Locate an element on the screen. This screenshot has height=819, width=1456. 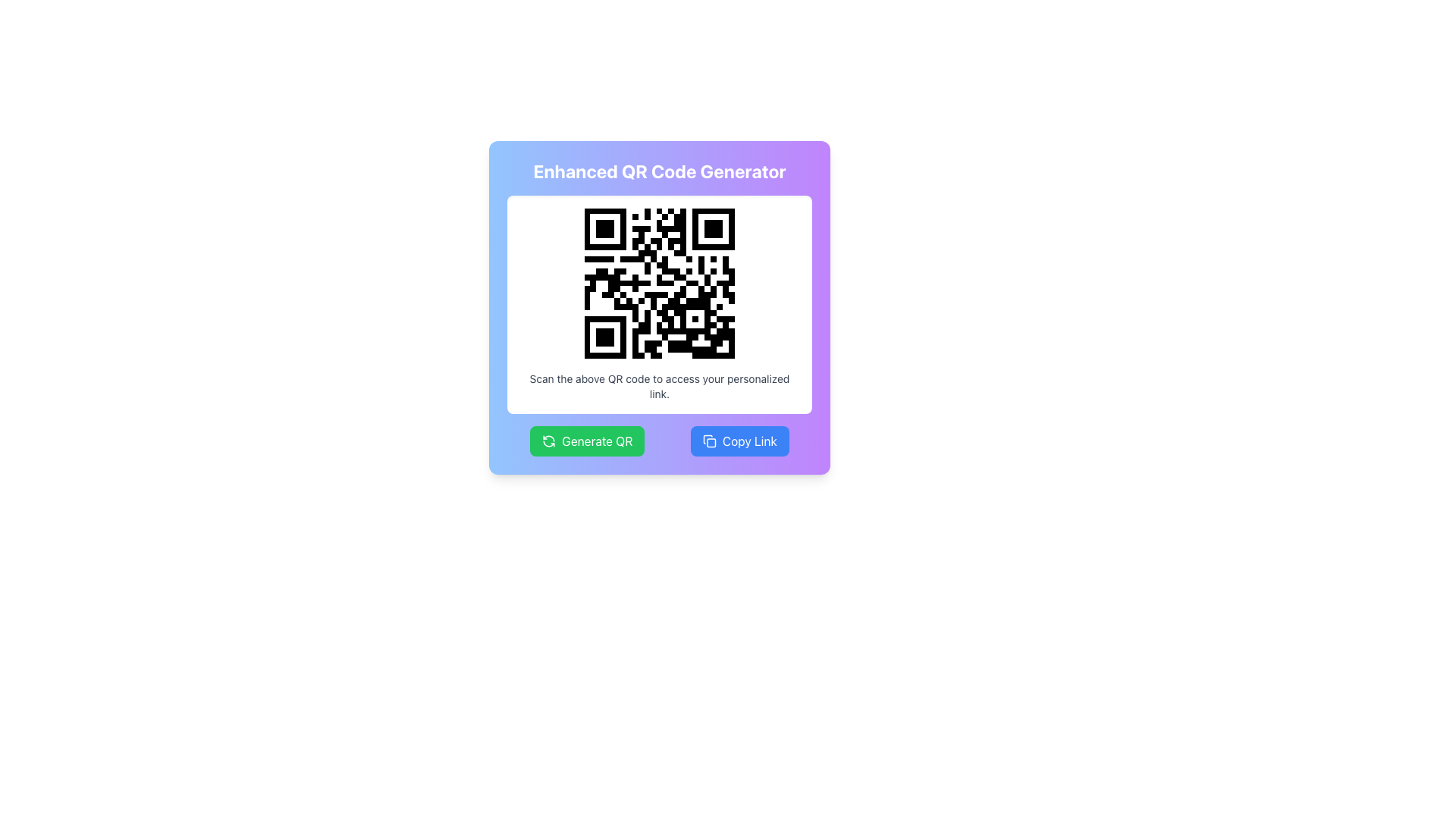
the green button labeled 'Generate QR' with a refresh arrow icon to generate a QR code is located at coordinates (586, 441).